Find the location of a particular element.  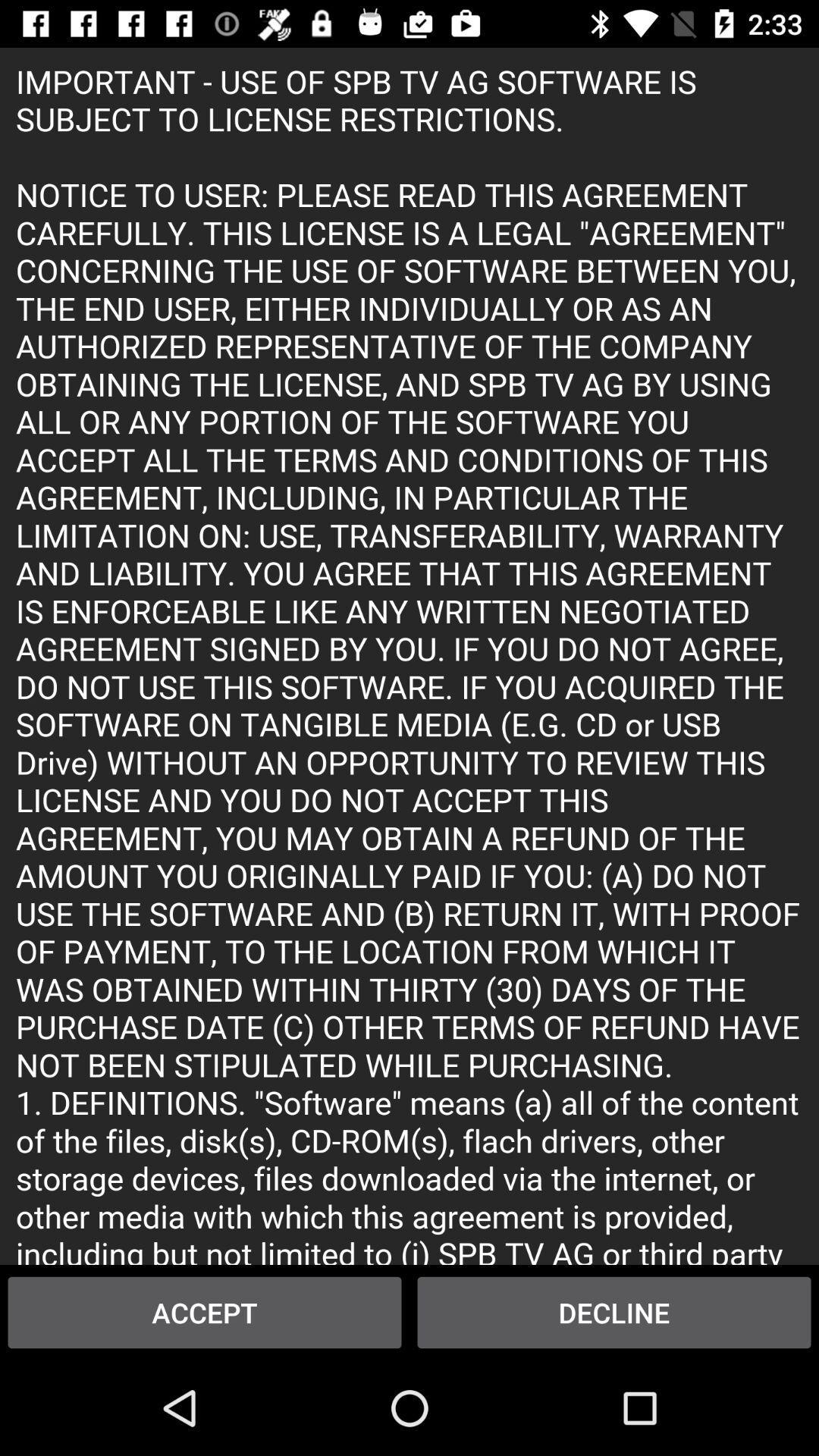

decline at the bottom right corner is located at coordinates (614, 1312).